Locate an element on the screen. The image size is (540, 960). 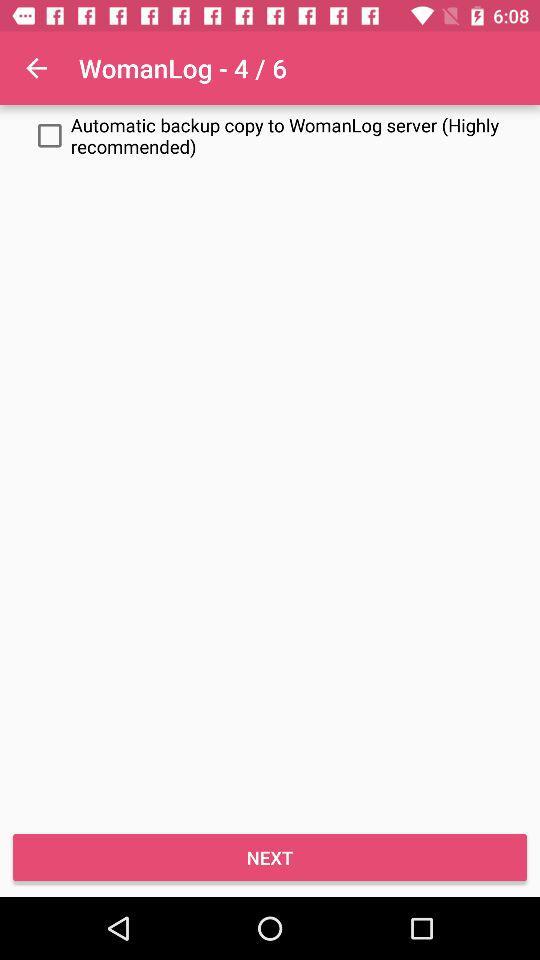
icon next to the womanlog - 4 / 6 is located at coordinates (36, 68).